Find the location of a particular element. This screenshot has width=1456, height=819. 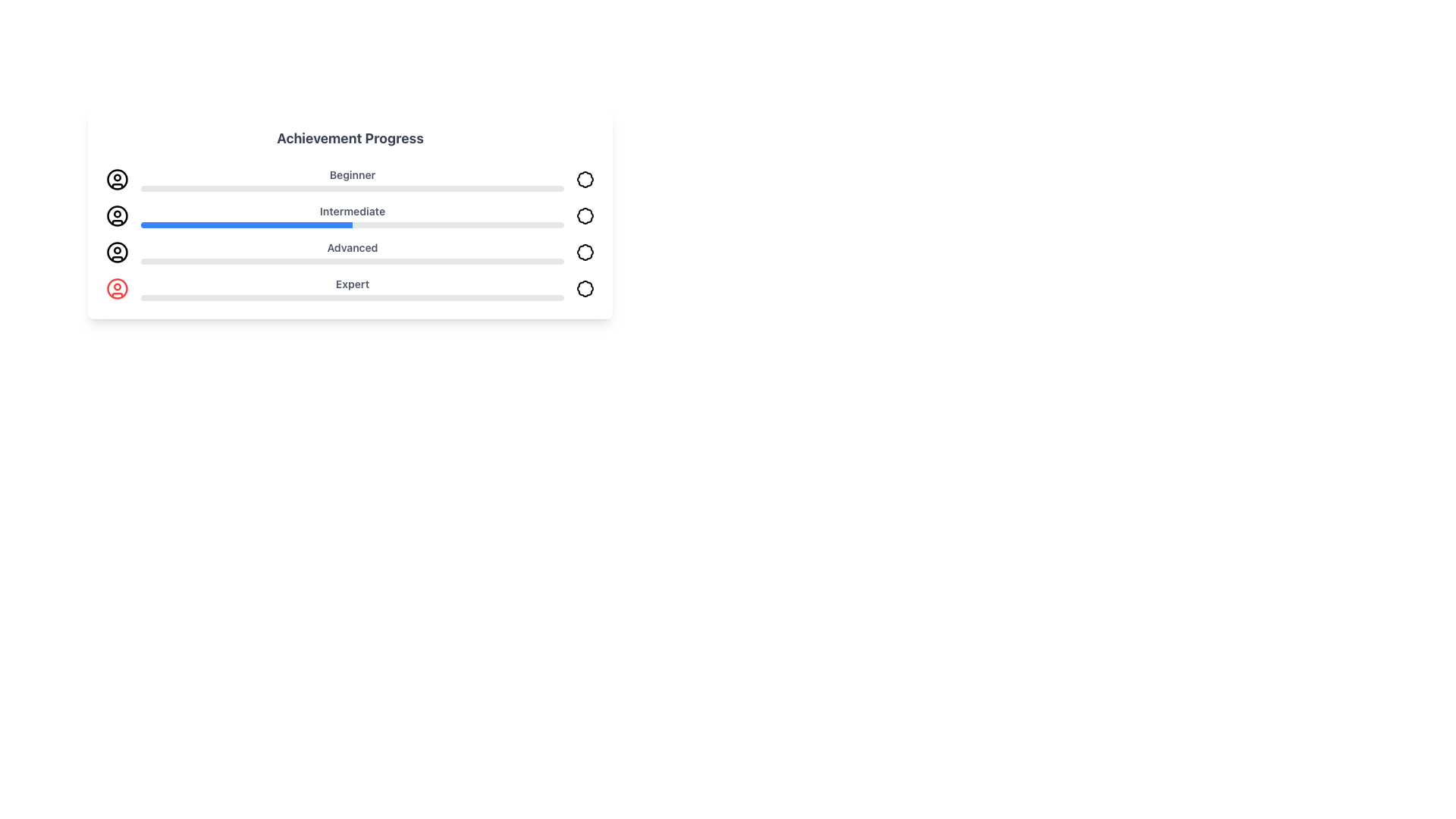

the circular badge with a scalloped outline located in the fourth row of the 'Advanced' section, positioned on the far right adjacent to a horizontal bar is located at coordinates (585, 251).